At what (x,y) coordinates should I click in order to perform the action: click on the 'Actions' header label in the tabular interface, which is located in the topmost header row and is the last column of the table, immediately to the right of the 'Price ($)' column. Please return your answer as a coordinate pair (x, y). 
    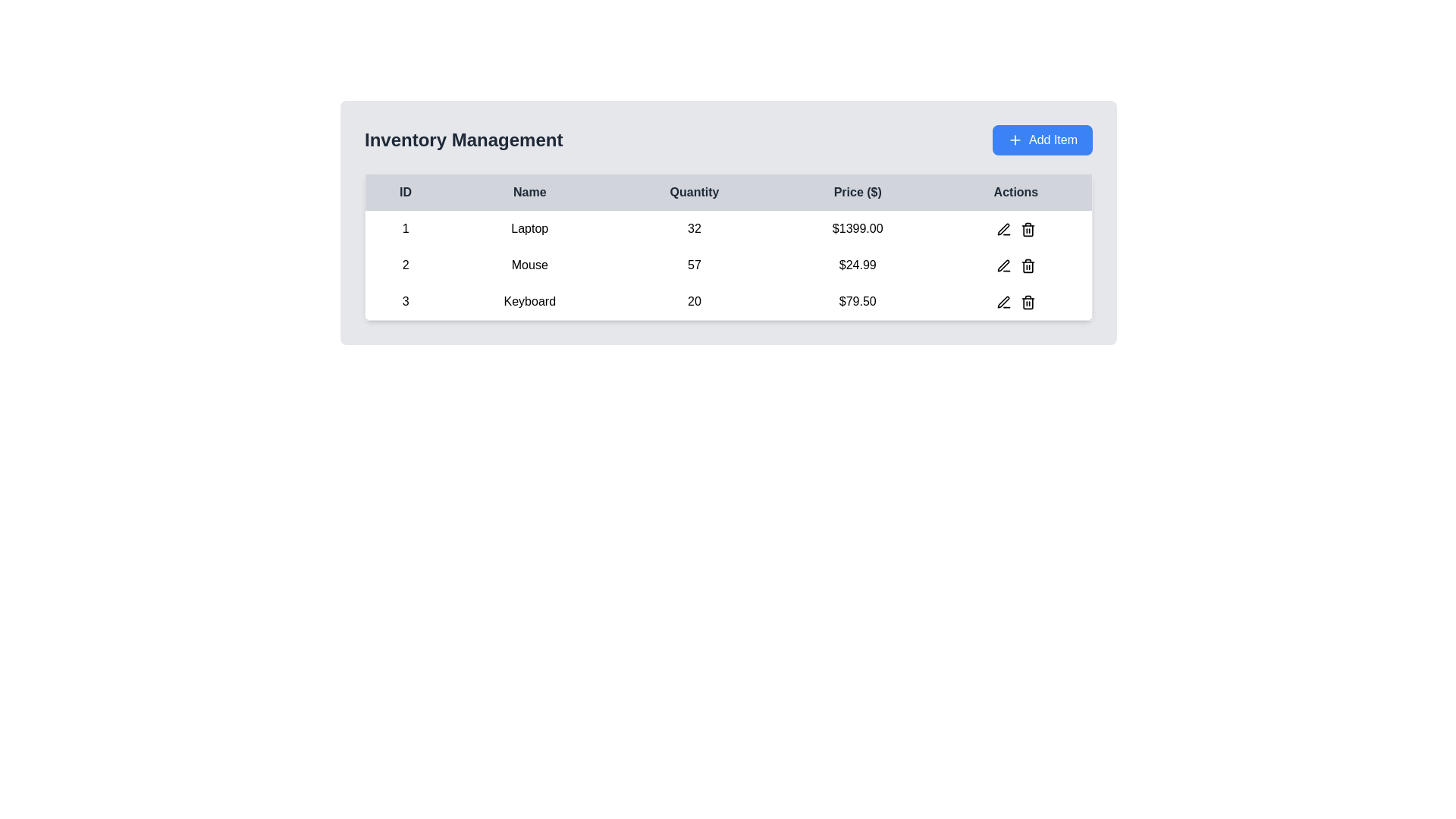
    Looking at the image, I should click on (1016, 191).